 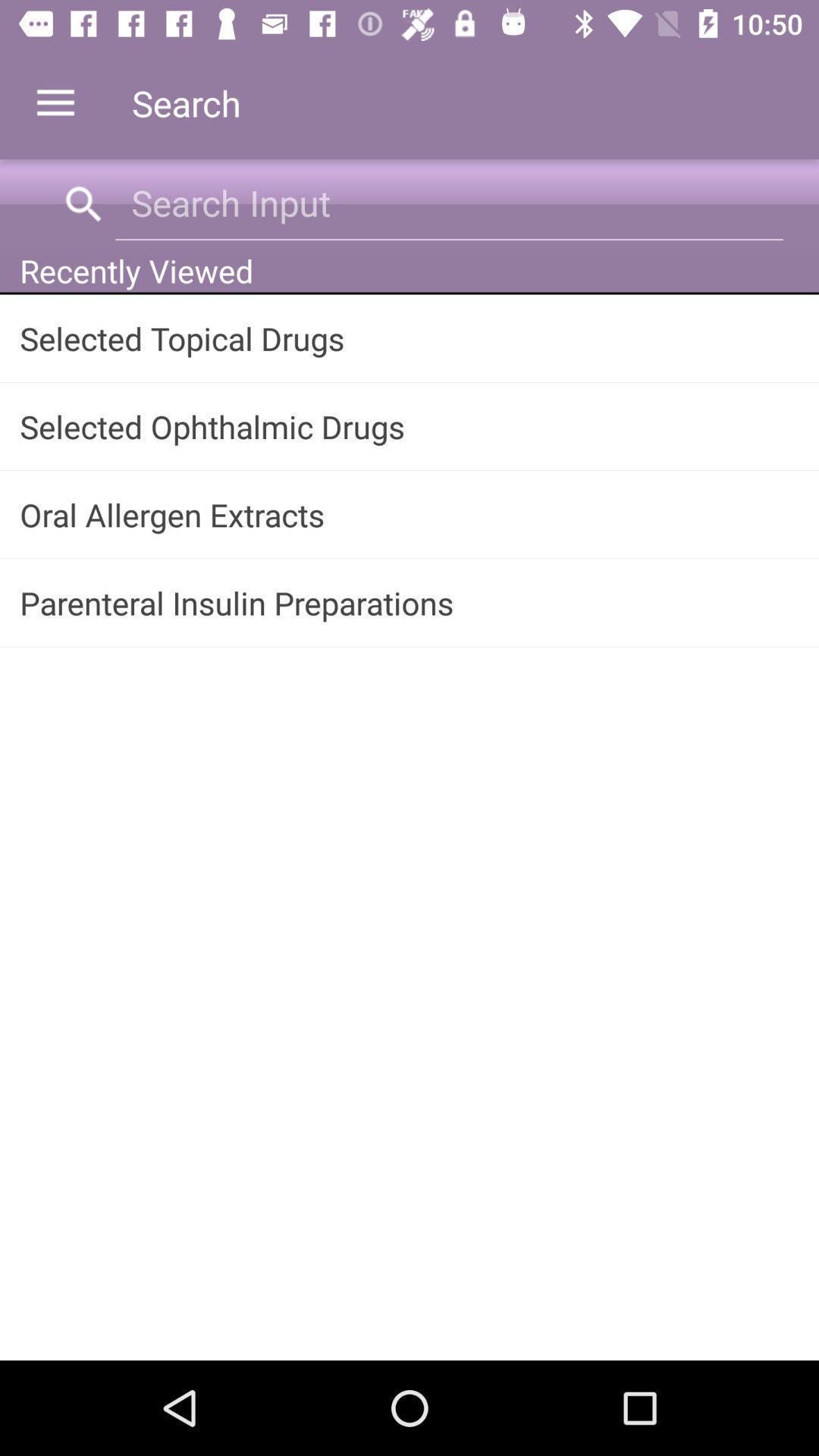 What do you see at coordinates (409, 514) in the screenshot?
I see `the oral allergen extracts` at bounding box center [409, 514].